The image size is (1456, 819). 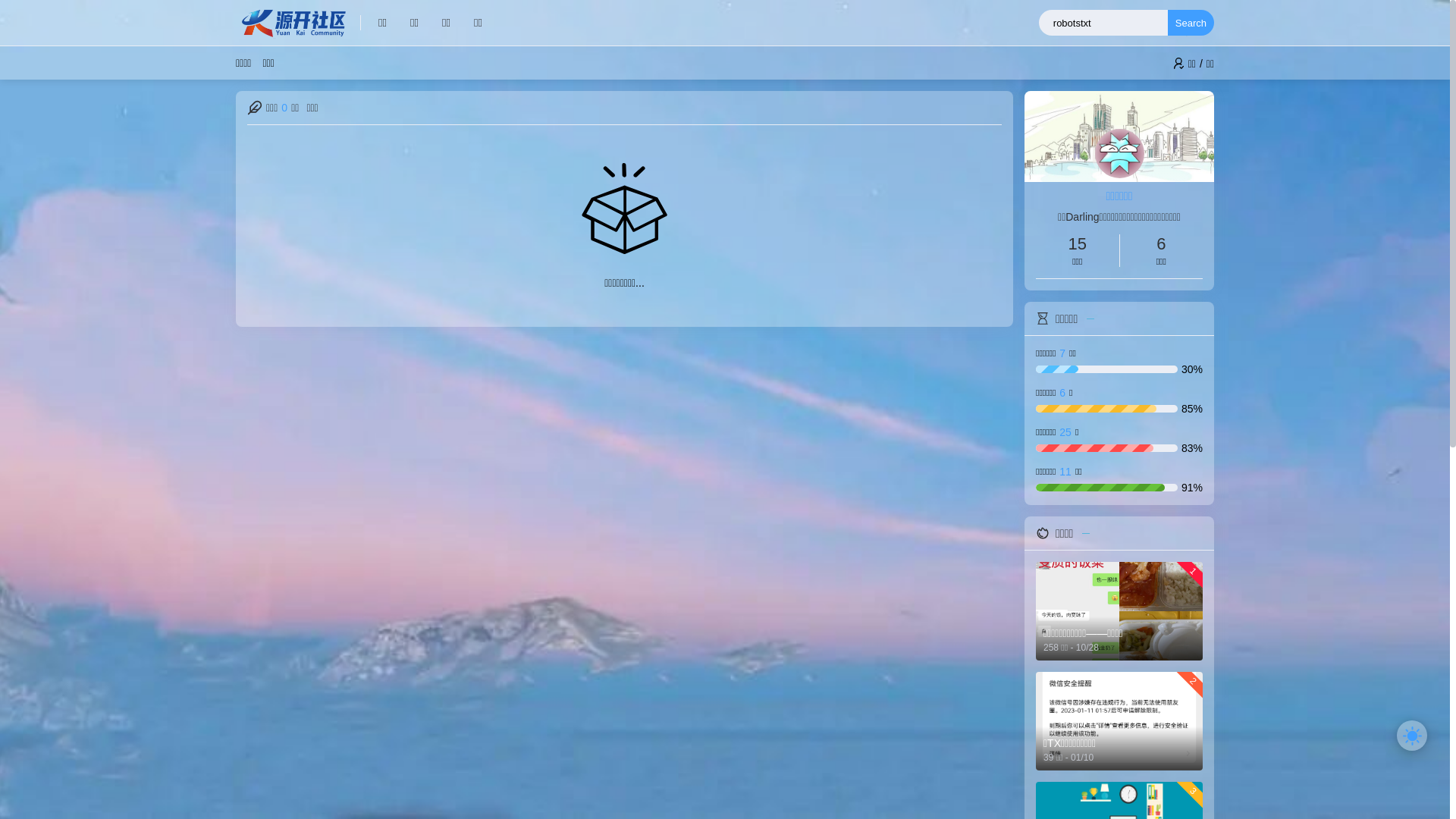 I want to click on 'Search', so click(x=1190, y=23).